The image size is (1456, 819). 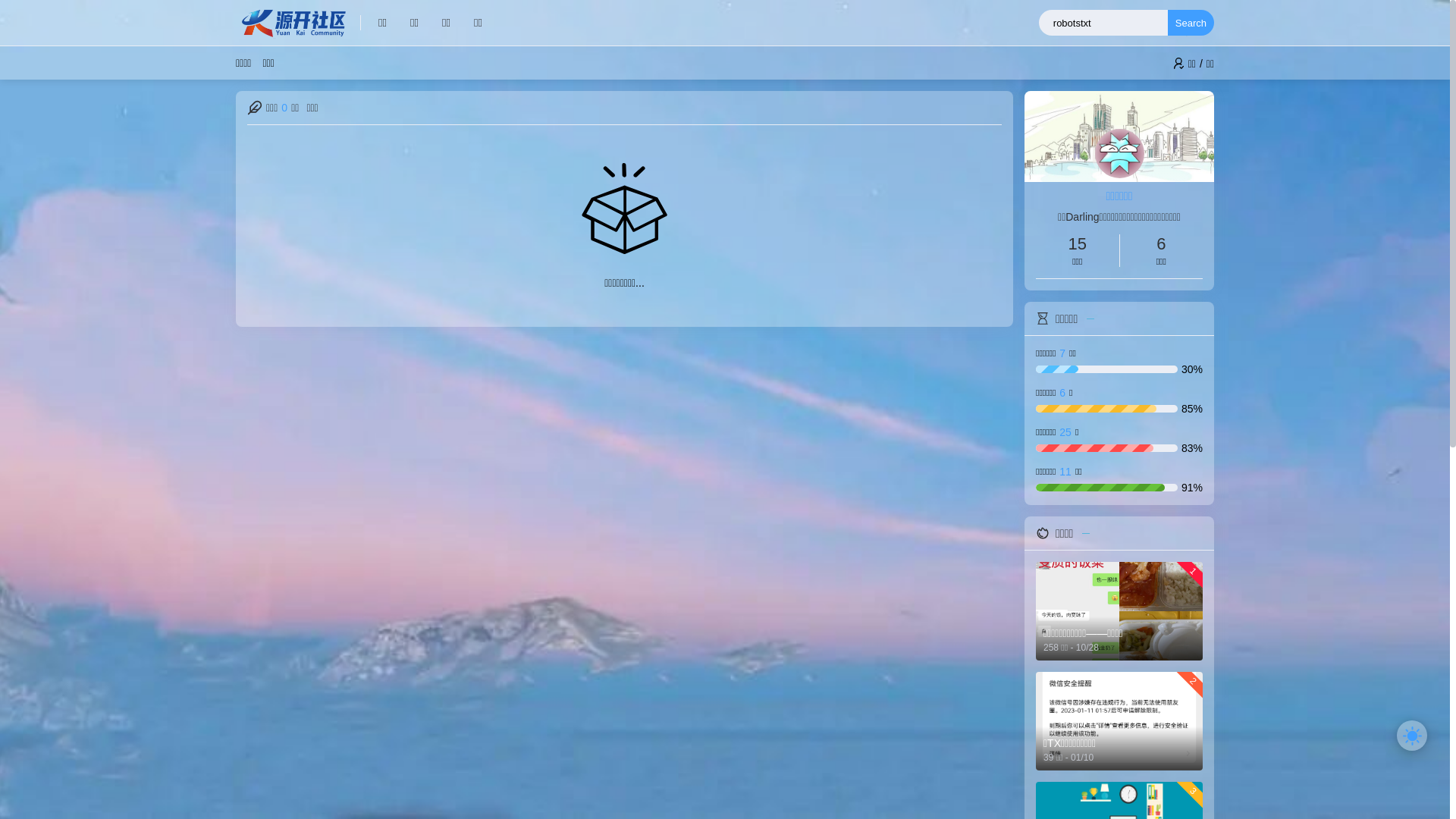 I want to click on 'Search', so click(x=1190, y=23).